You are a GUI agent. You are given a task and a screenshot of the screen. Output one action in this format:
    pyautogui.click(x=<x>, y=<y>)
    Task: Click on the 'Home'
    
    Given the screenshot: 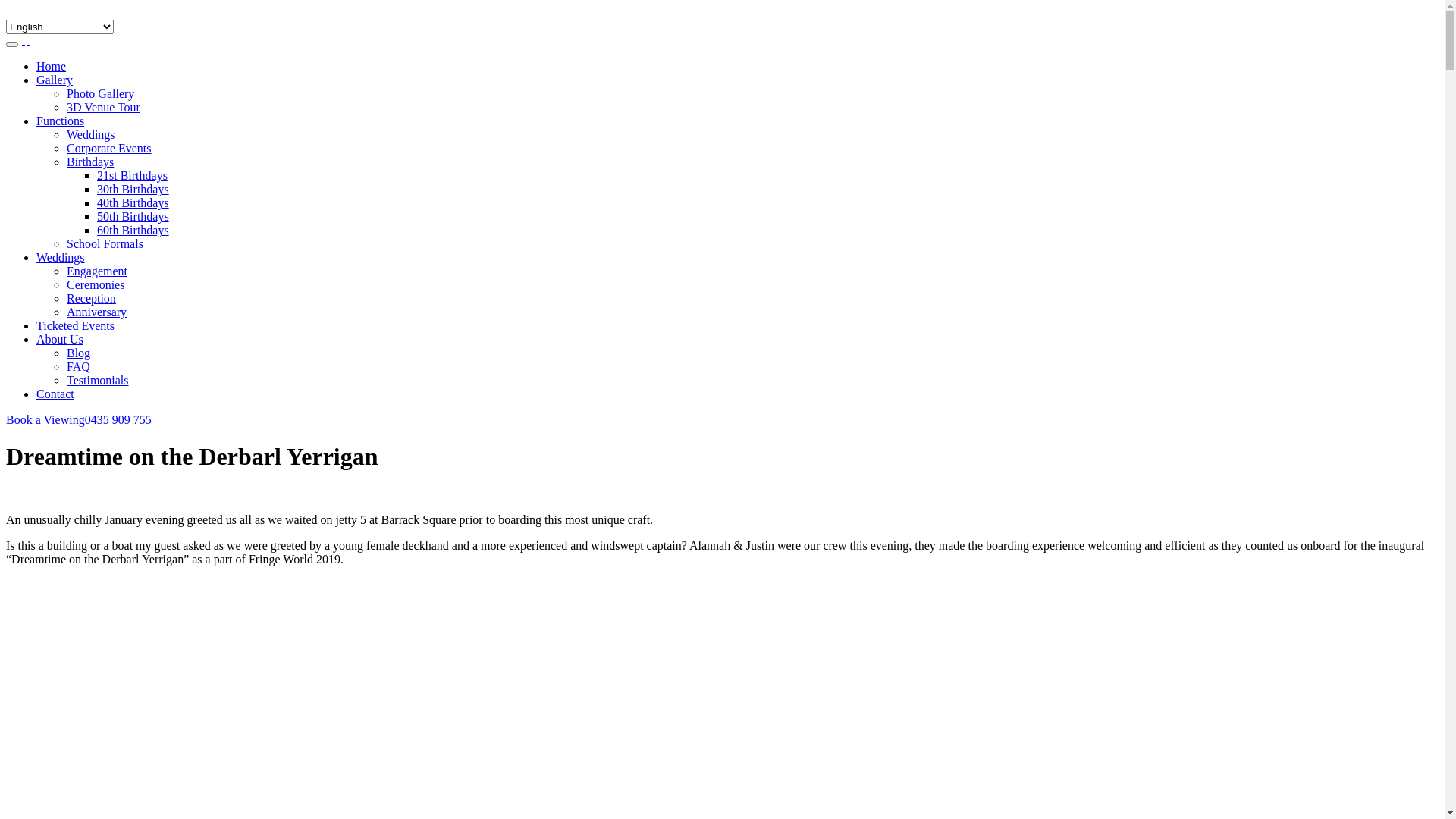 What is the action you would take?
    pyautogui.click(x=51, y=65)
    